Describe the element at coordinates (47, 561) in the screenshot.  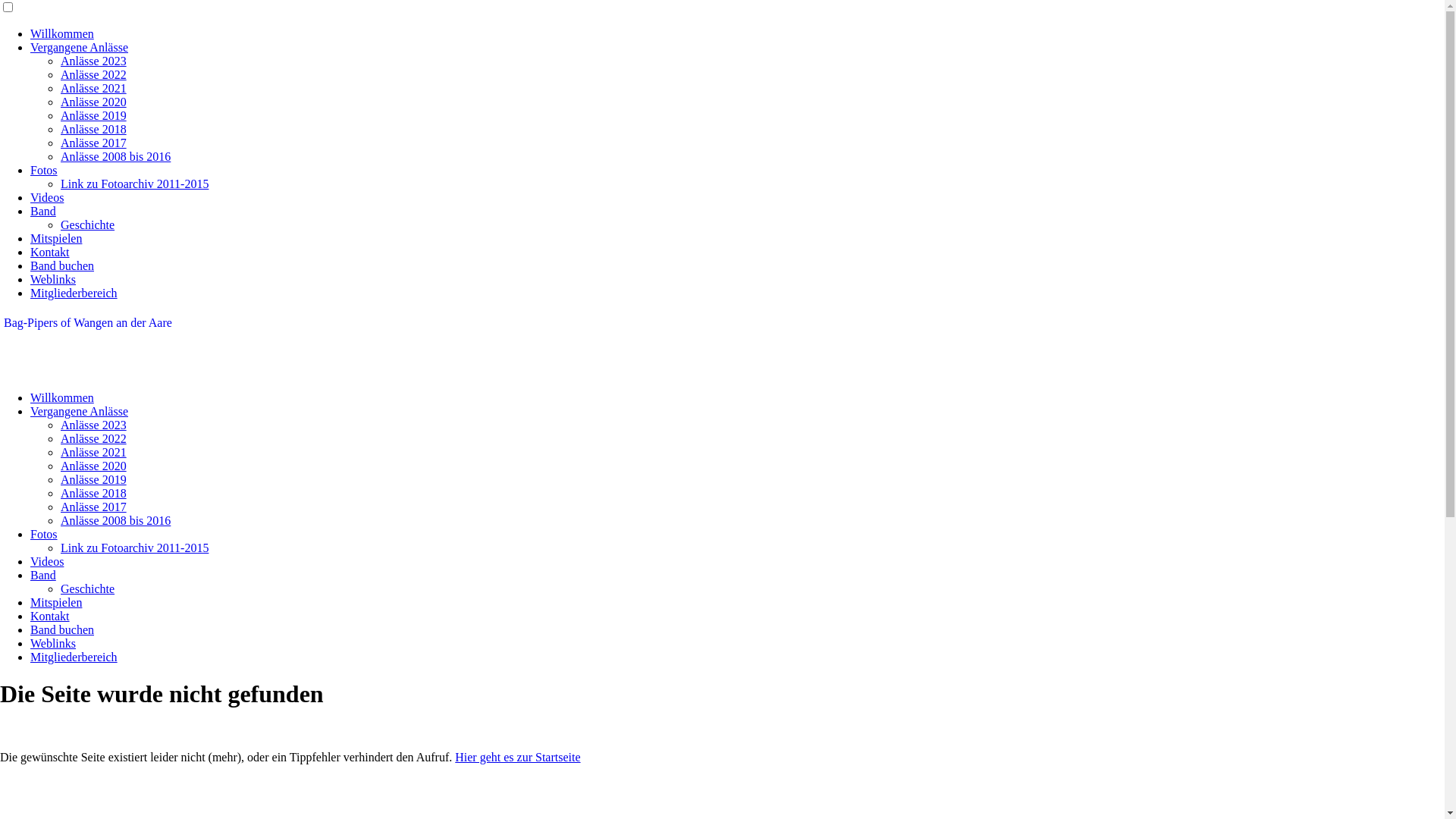
I see `'Videos'` at that location.